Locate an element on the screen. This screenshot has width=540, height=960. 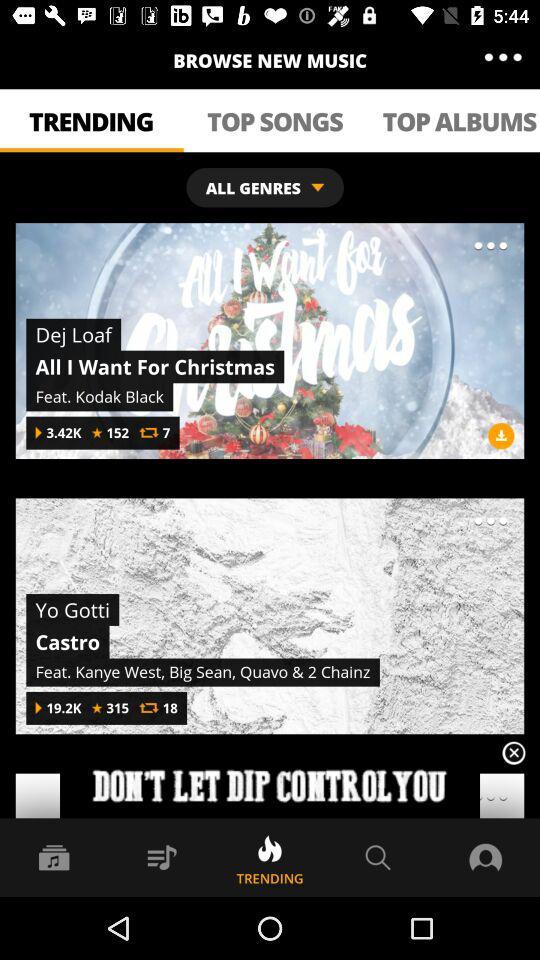
the more icon is located at coordinates (502, 56).